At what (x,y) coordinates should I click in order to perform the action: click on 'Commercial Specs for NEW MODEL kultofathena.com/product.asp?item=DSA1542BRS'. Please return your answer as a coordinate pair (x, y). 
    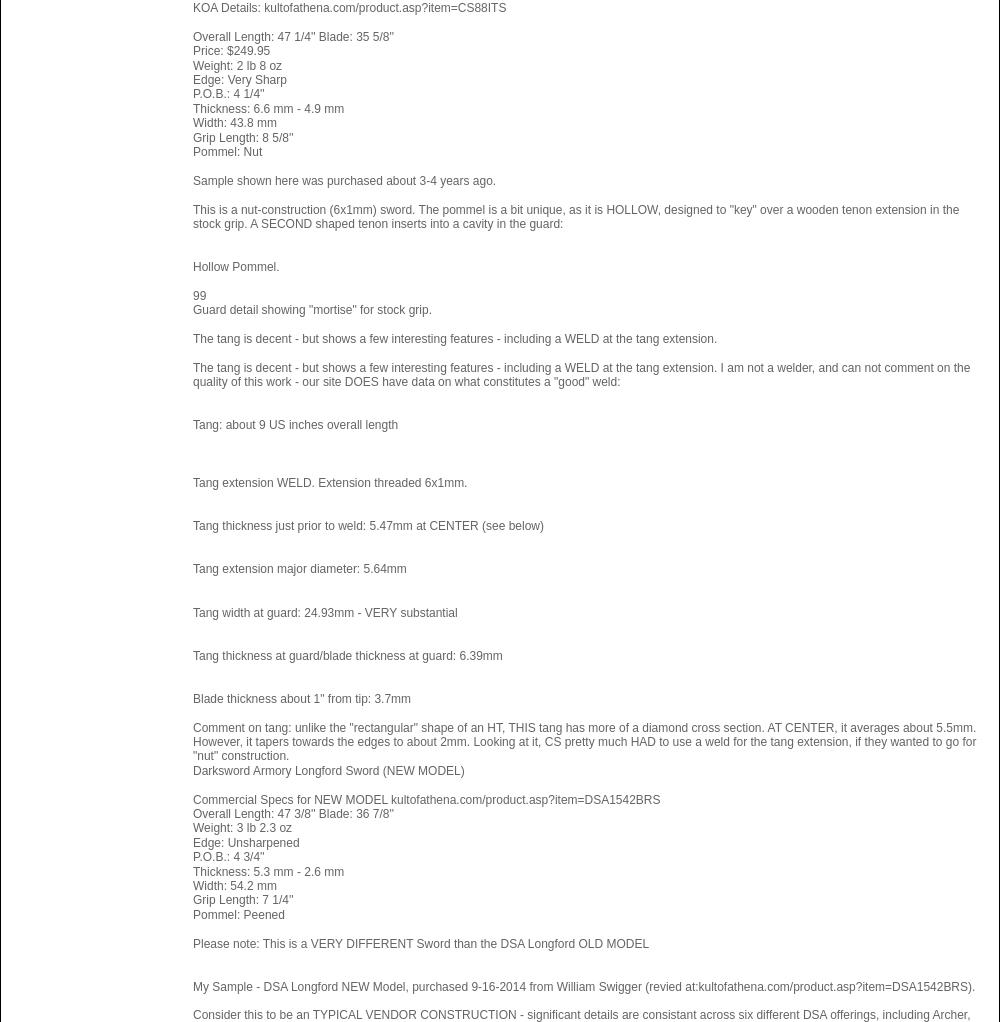
    Looking at the image, I should click on (426, 798).